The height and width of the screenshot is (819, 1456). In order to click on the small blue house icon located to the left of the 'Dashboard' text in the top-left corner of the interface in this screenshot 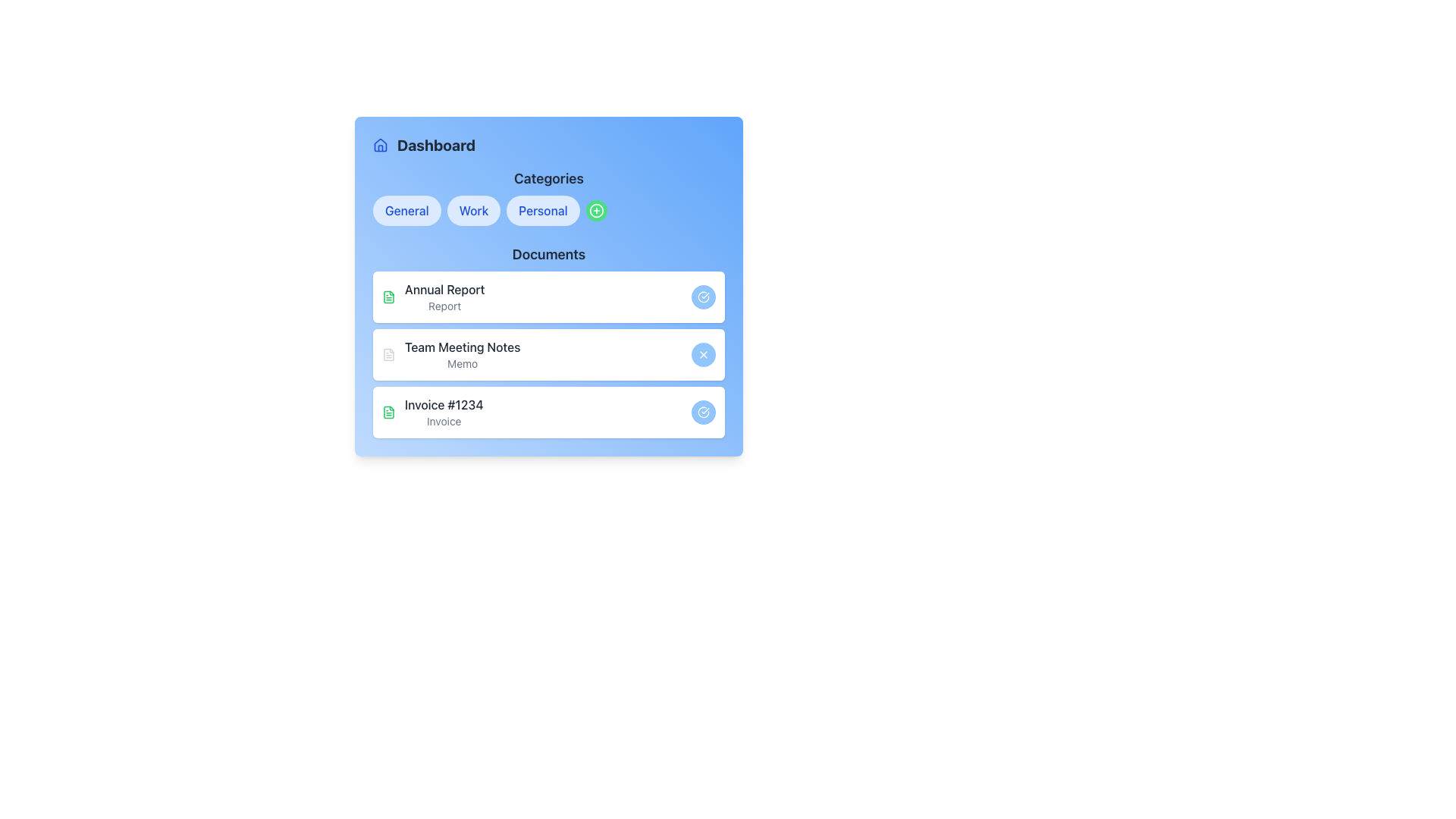, I will do `click(381, 146)`.